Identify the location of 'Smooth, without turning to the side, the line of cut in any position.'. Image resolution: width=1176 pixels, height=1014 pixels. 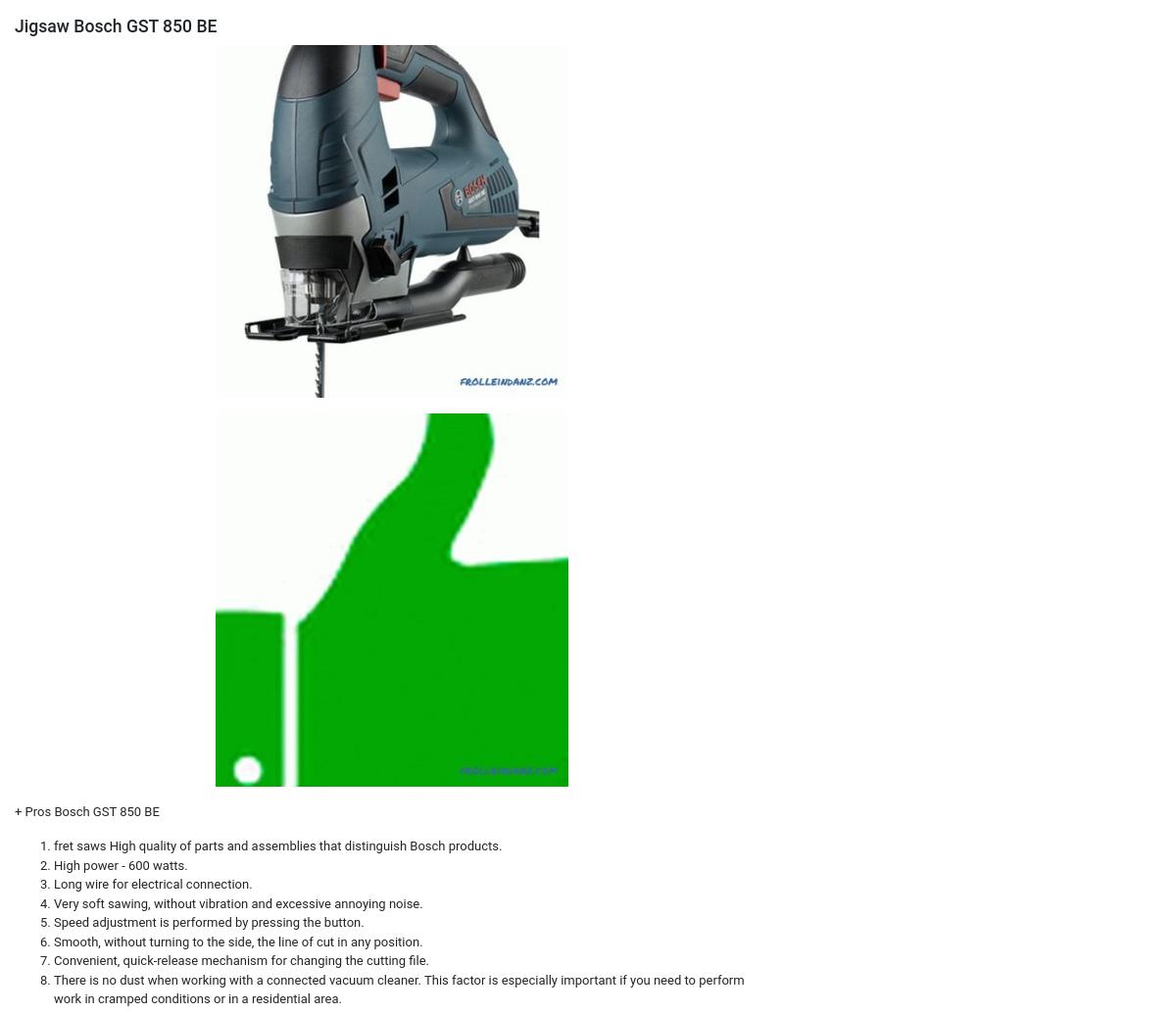
(237, 940).